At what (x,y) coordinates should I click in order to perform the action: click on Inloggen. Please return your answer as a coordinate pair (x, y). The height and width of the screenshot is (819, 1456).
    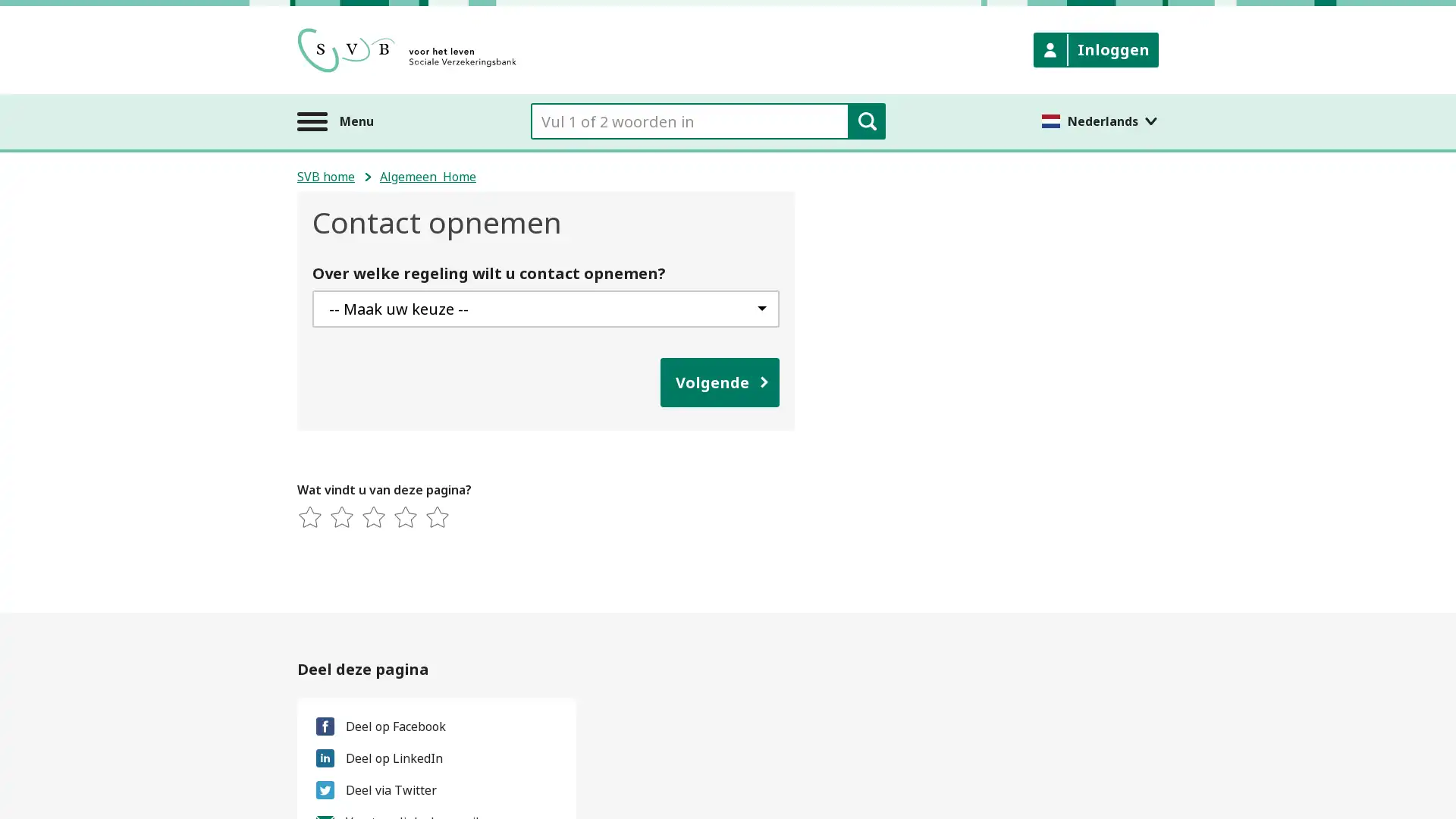
    Looking at the image, I should click on (1096, 49).